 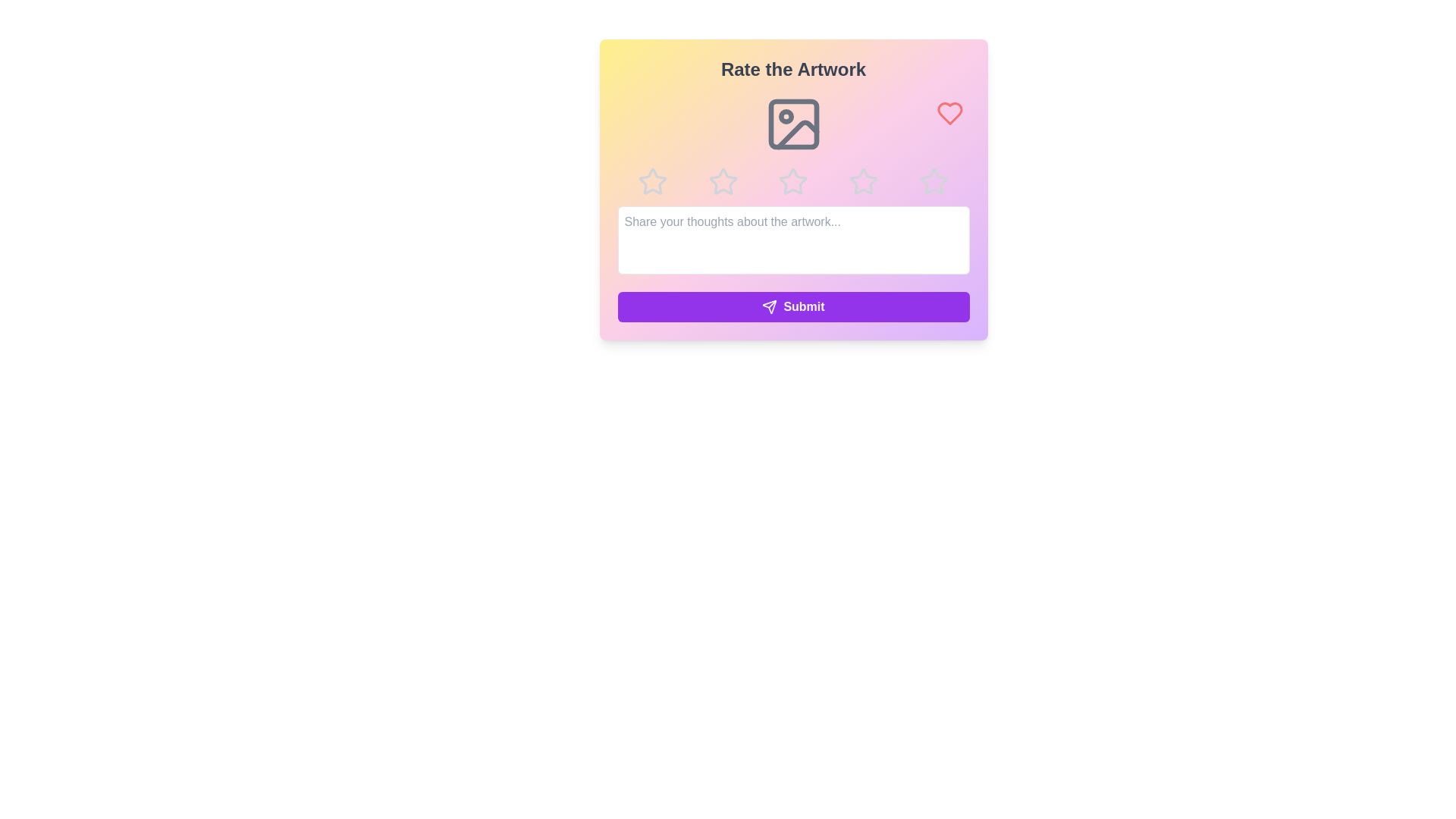 What do you see at coordinates (792, 307) in the screenshot?
I see `the submit button to submit the rating and feedback` at bounding box center [792, 307].